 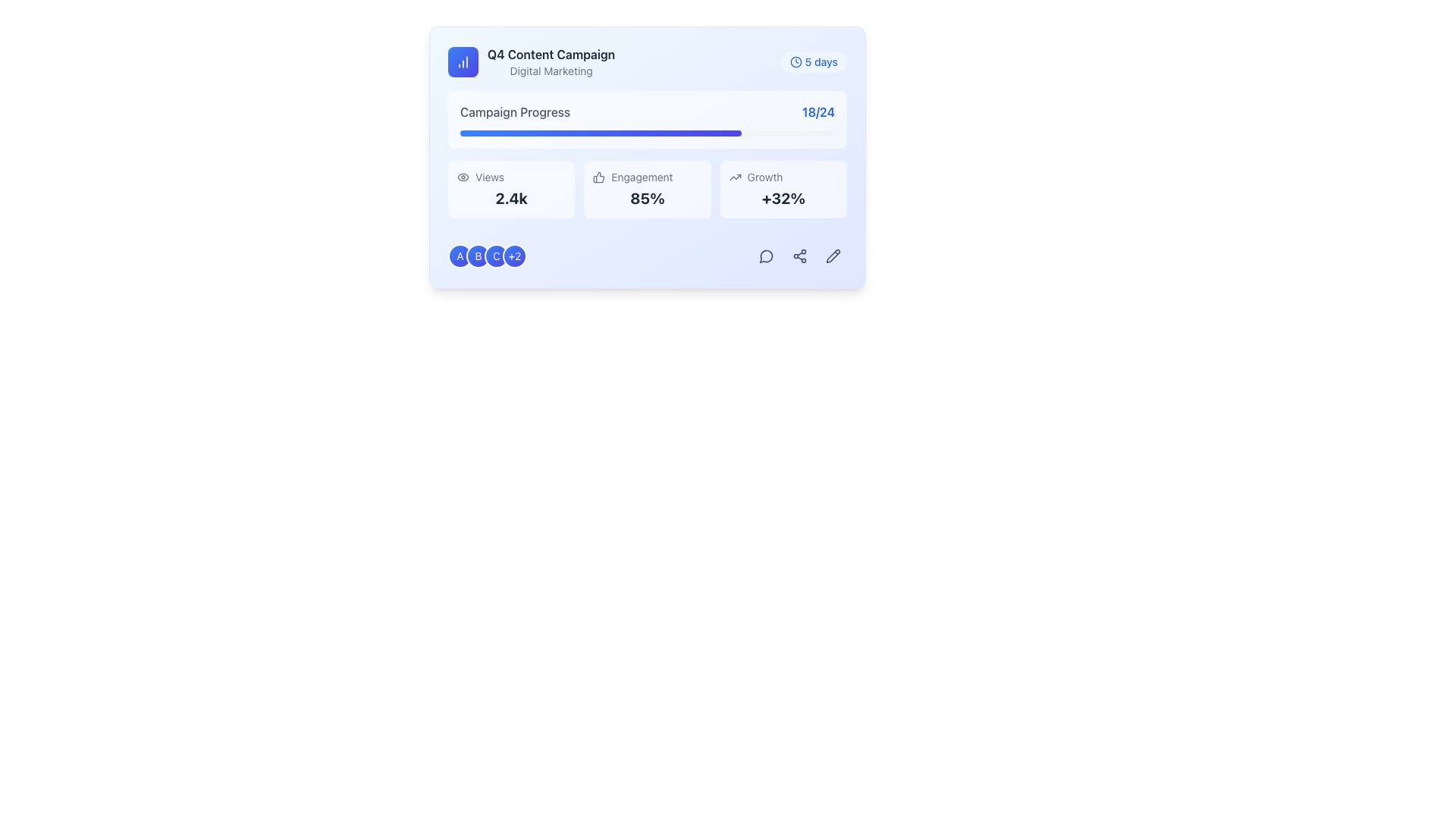 I want to click on the Informational Card that displays the percentage growth metric, located in the third column of the grid layout, at the bottom right quadrant, so click(x=783, y=189).